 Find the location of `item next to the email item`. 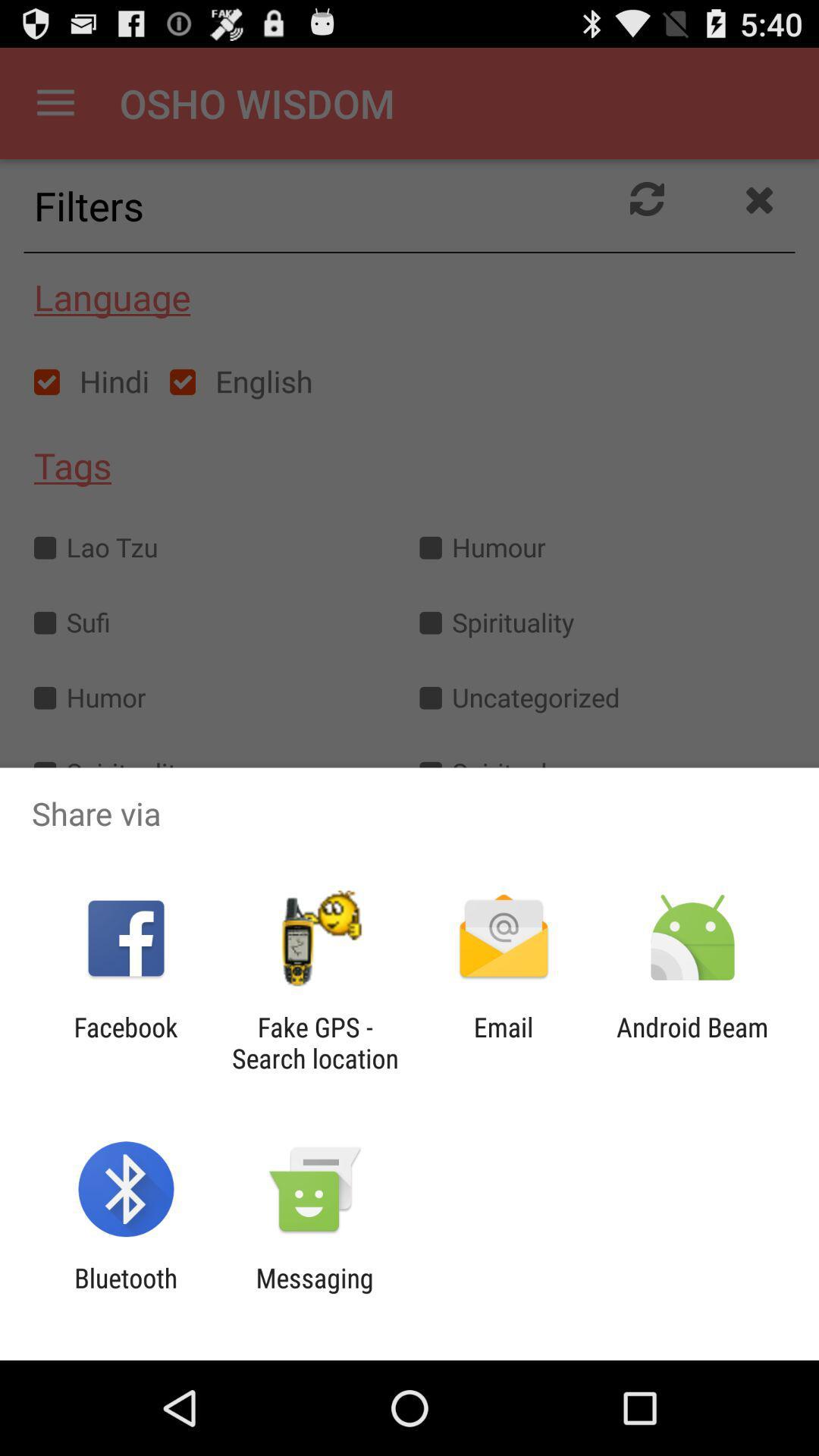

item next to the email item is located at coordinates (314, 1042).